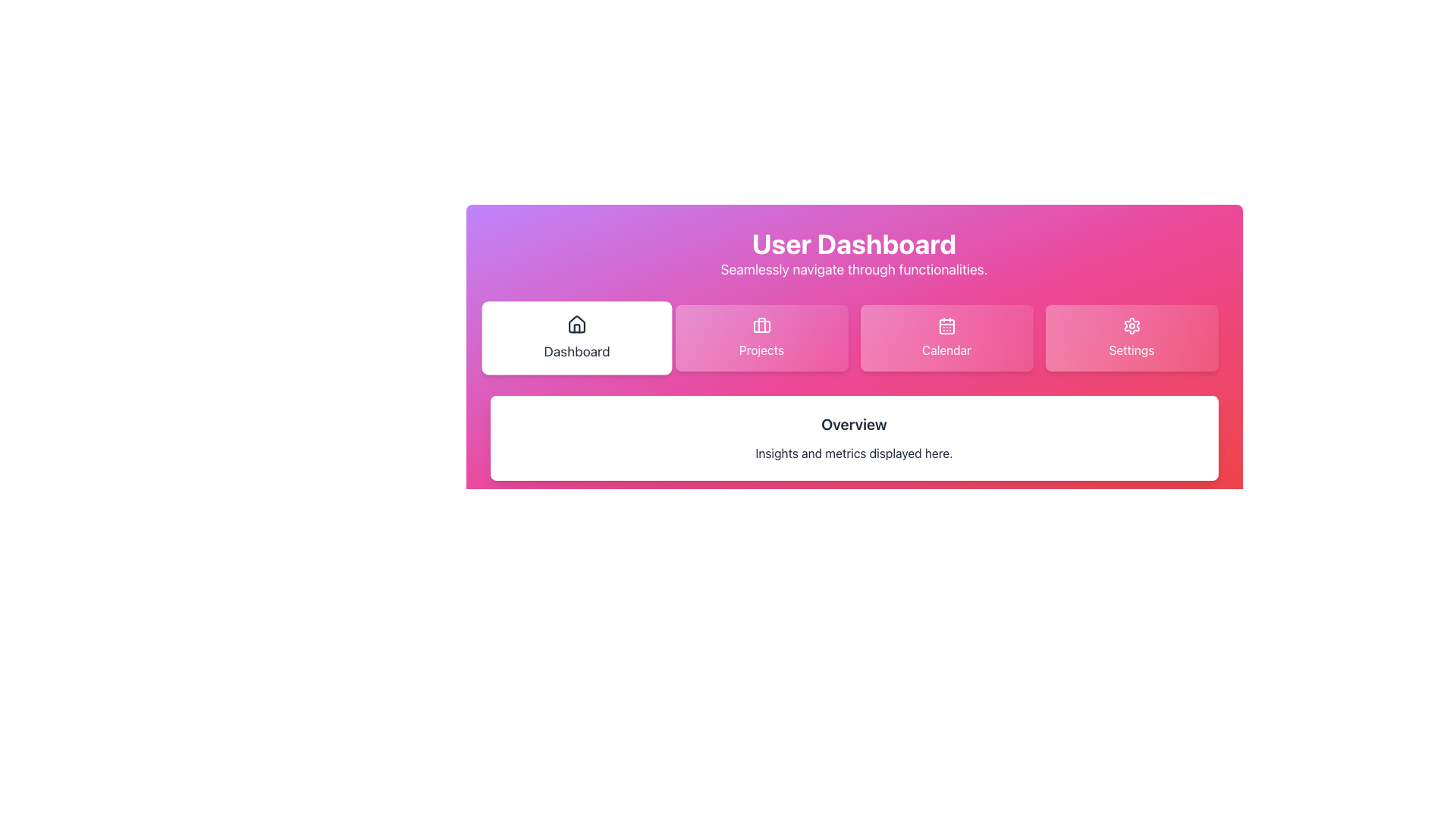 Image resolution: width=1456 pixels, height=819 pixels. I want to click on the settings icon located in the 'Settings' card on the user dashboard, which provides access to configuration options, so click(1131, 325).